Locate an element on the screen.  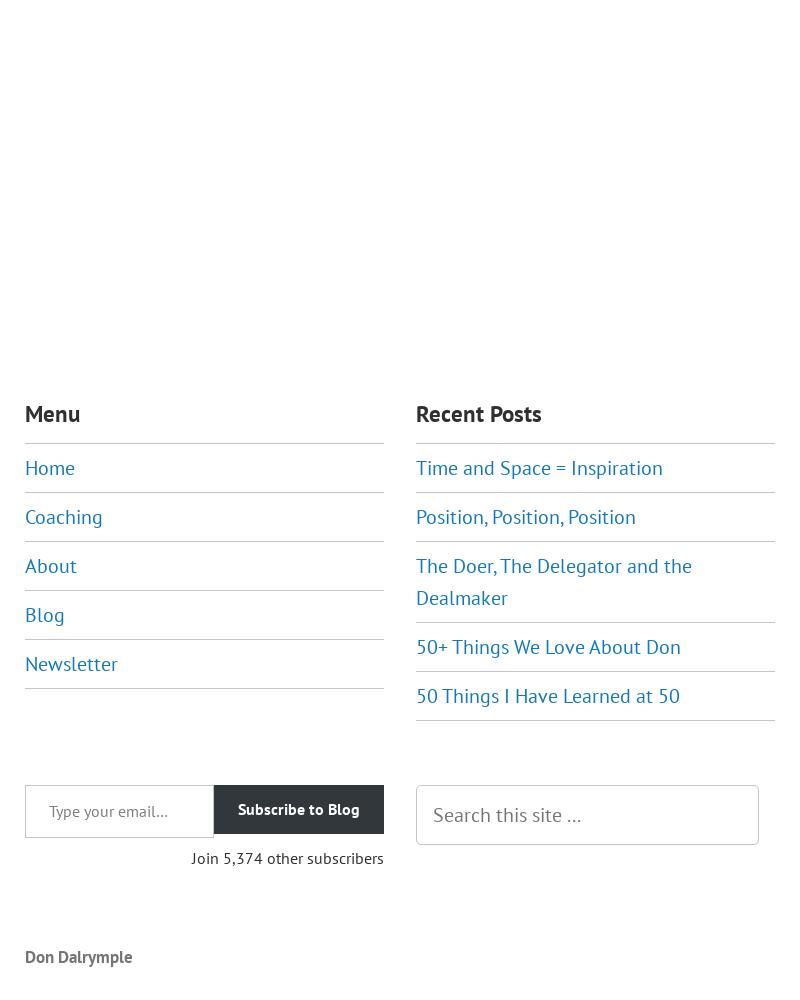
'About' is located at coordinates (50, 564).